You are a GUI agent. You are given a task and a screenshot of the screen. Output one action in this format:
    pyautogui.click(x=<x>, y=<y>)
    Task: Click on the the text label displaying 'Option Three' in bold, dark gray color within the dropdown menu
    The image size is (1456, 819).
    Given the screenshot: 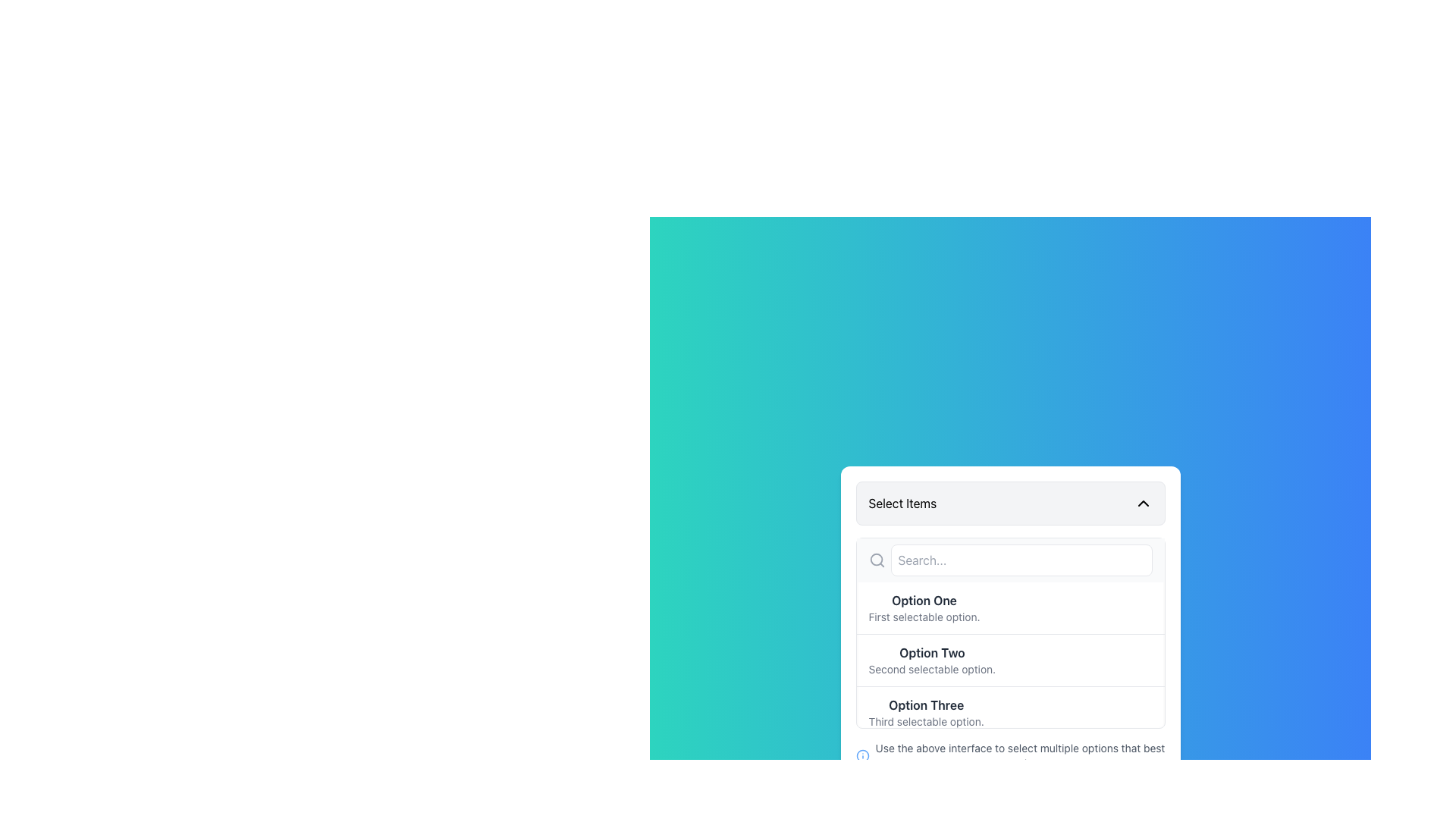 What is the action you would take?
    pyautogui.click(x=925, y=704)
    